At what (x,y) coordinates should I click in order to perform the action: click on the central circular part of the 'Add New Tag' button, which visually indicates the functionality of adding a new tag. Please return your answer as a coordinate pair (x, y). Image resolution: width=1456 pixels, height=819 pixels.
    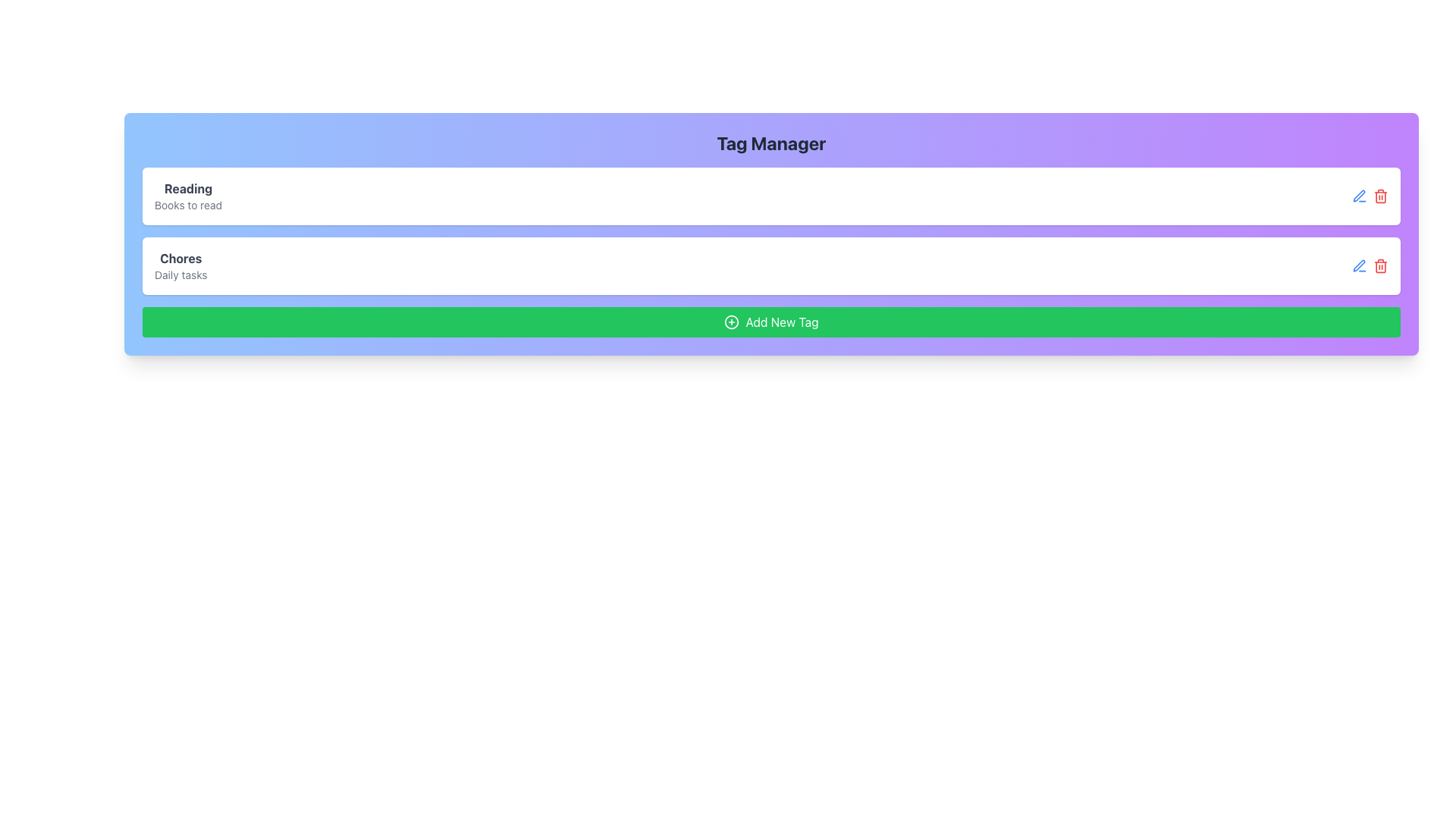
    Looking at the image, I should click on (732, 321).